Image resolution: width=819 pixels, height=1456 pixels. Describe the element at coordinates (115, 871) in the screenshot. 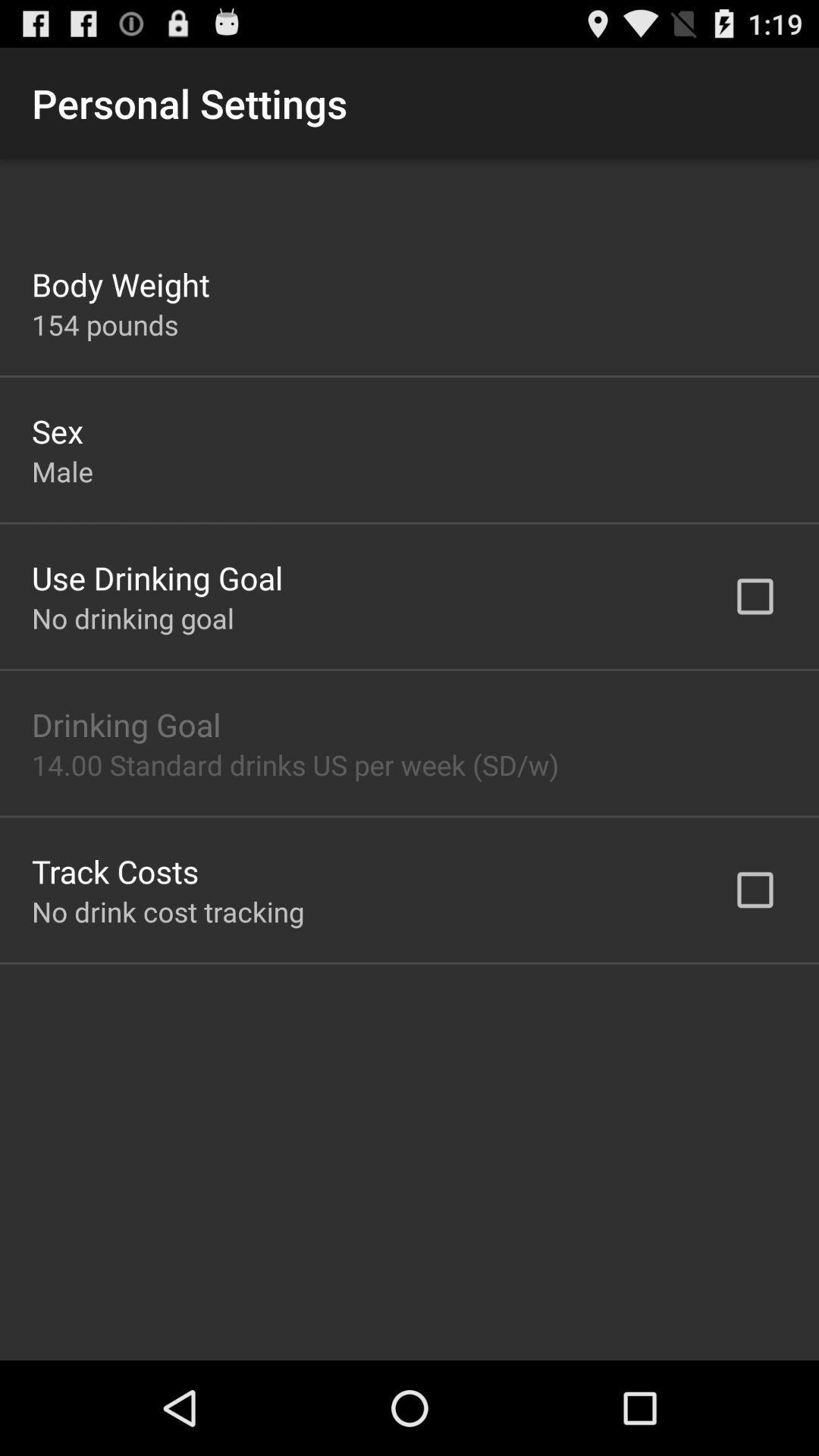

I see `item below the 14 00 standard item` at that location.